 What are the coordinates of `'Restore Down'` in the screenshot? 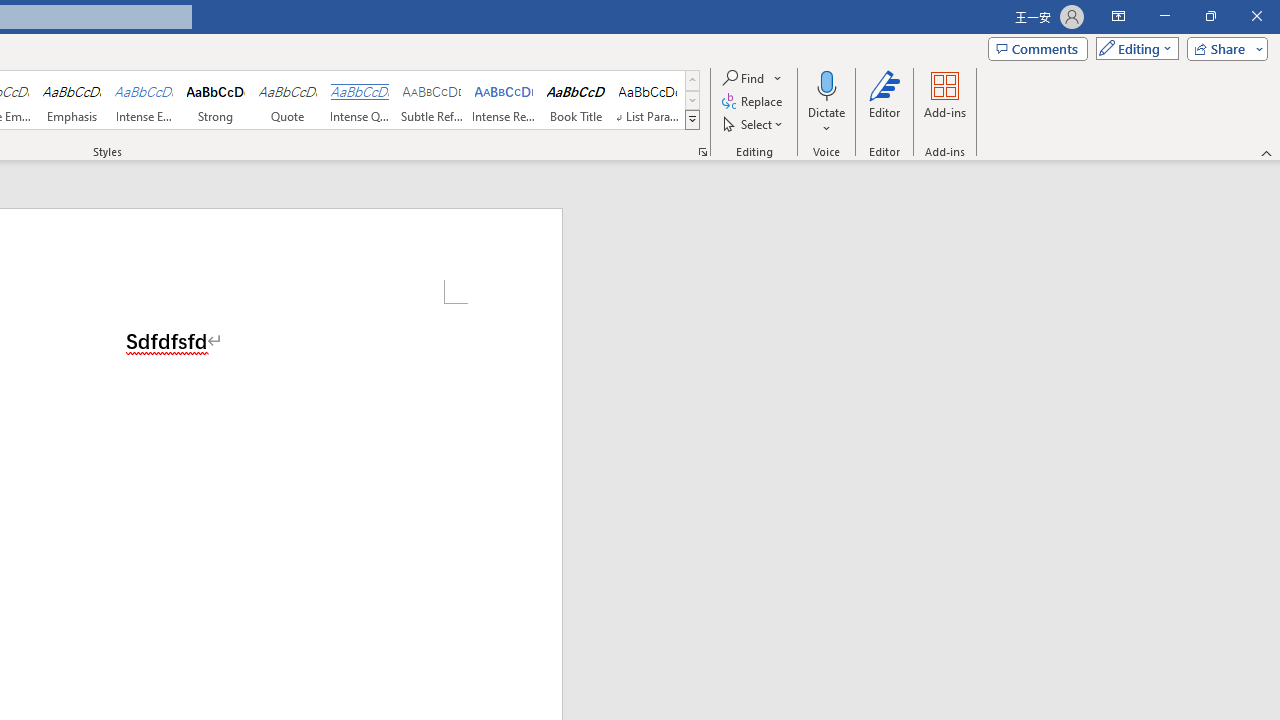 It's located at (1209, 16).